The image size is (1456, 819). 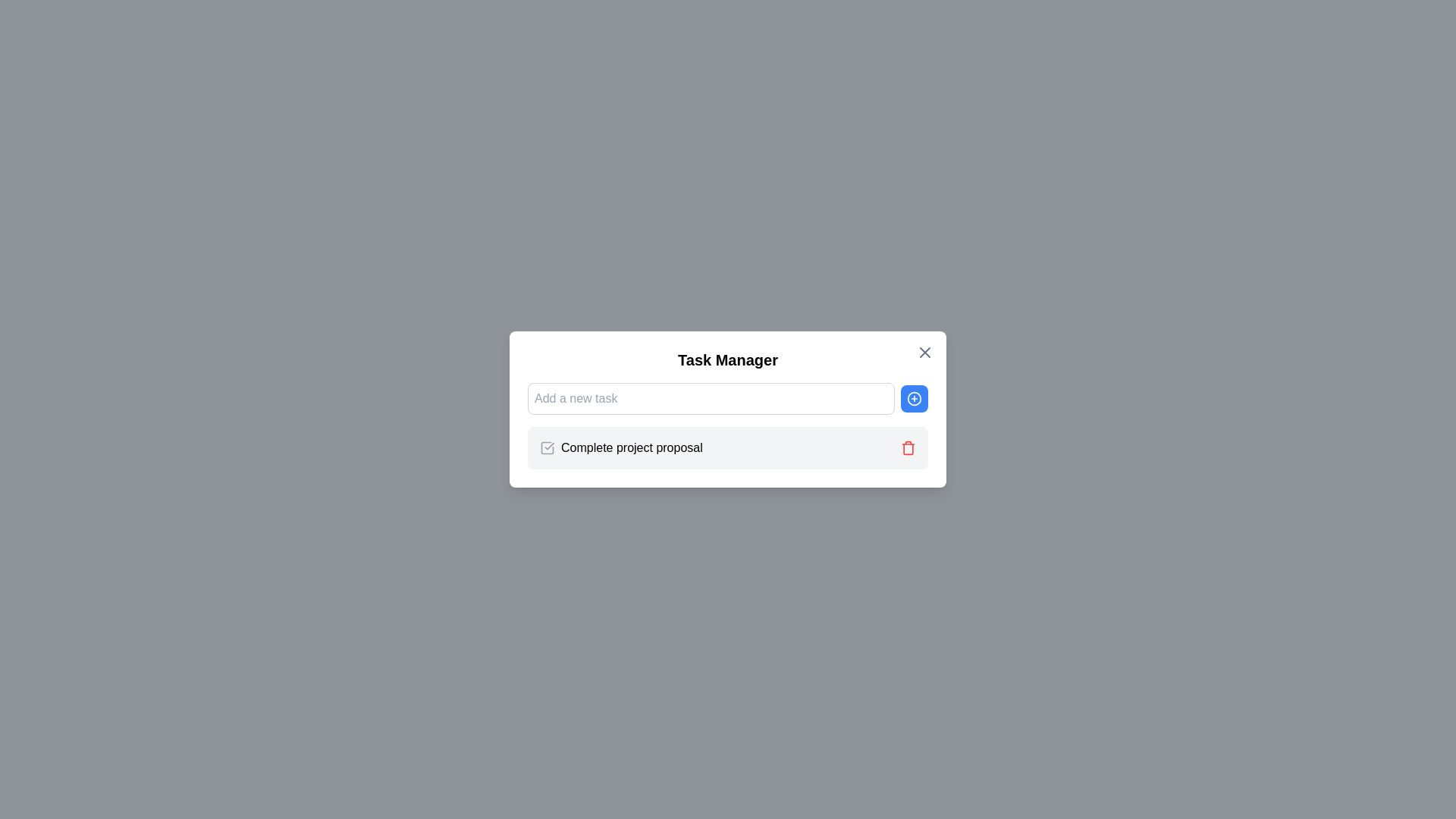 I want to click on the 'Add Task' button located to the right of the 'Add a new task' input field in the 'Task Manager' interface, so click(x=913, y=397).